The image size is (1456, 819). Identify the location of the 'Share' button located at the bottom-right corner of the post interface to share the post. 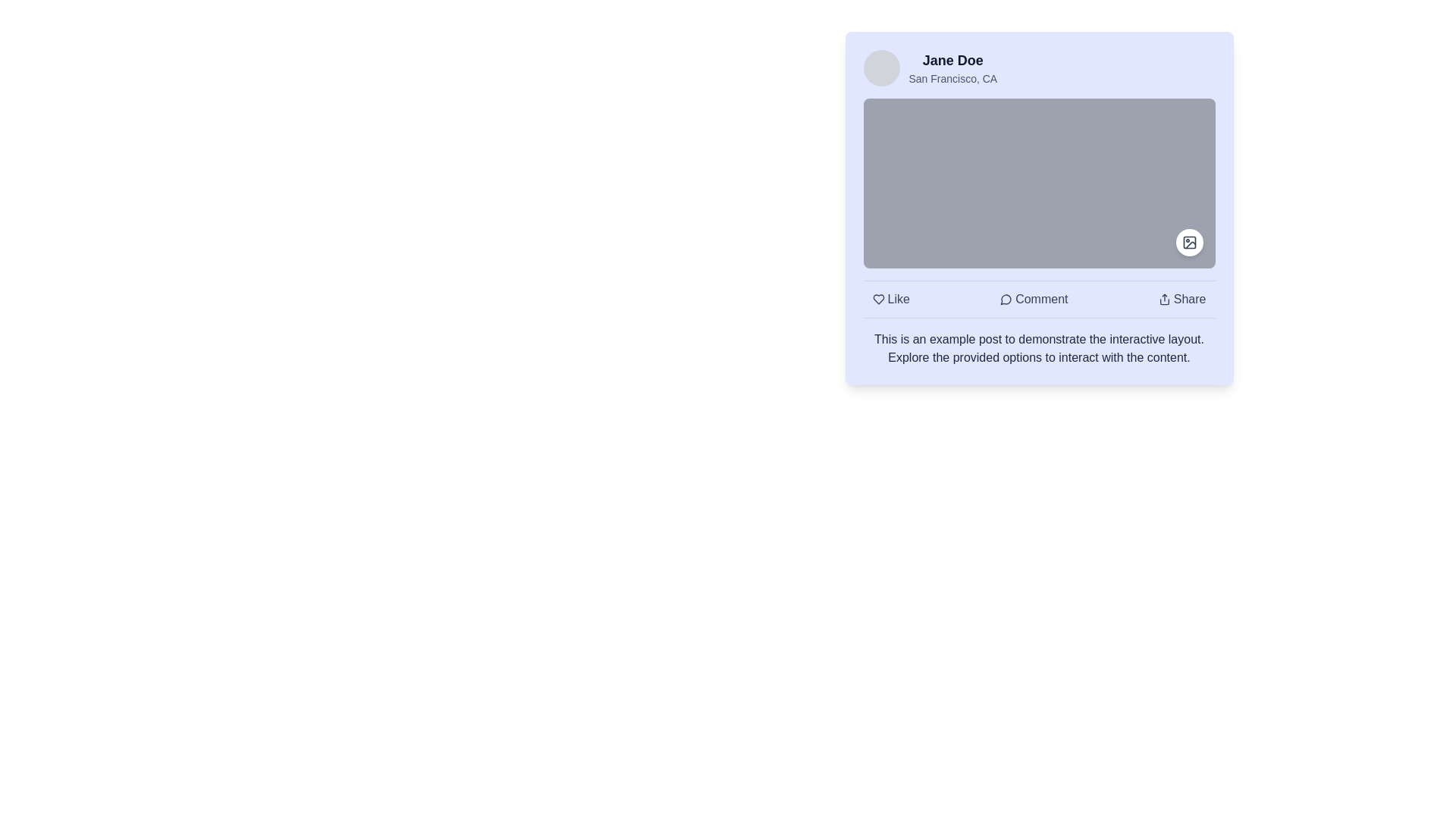
(1181, 299).